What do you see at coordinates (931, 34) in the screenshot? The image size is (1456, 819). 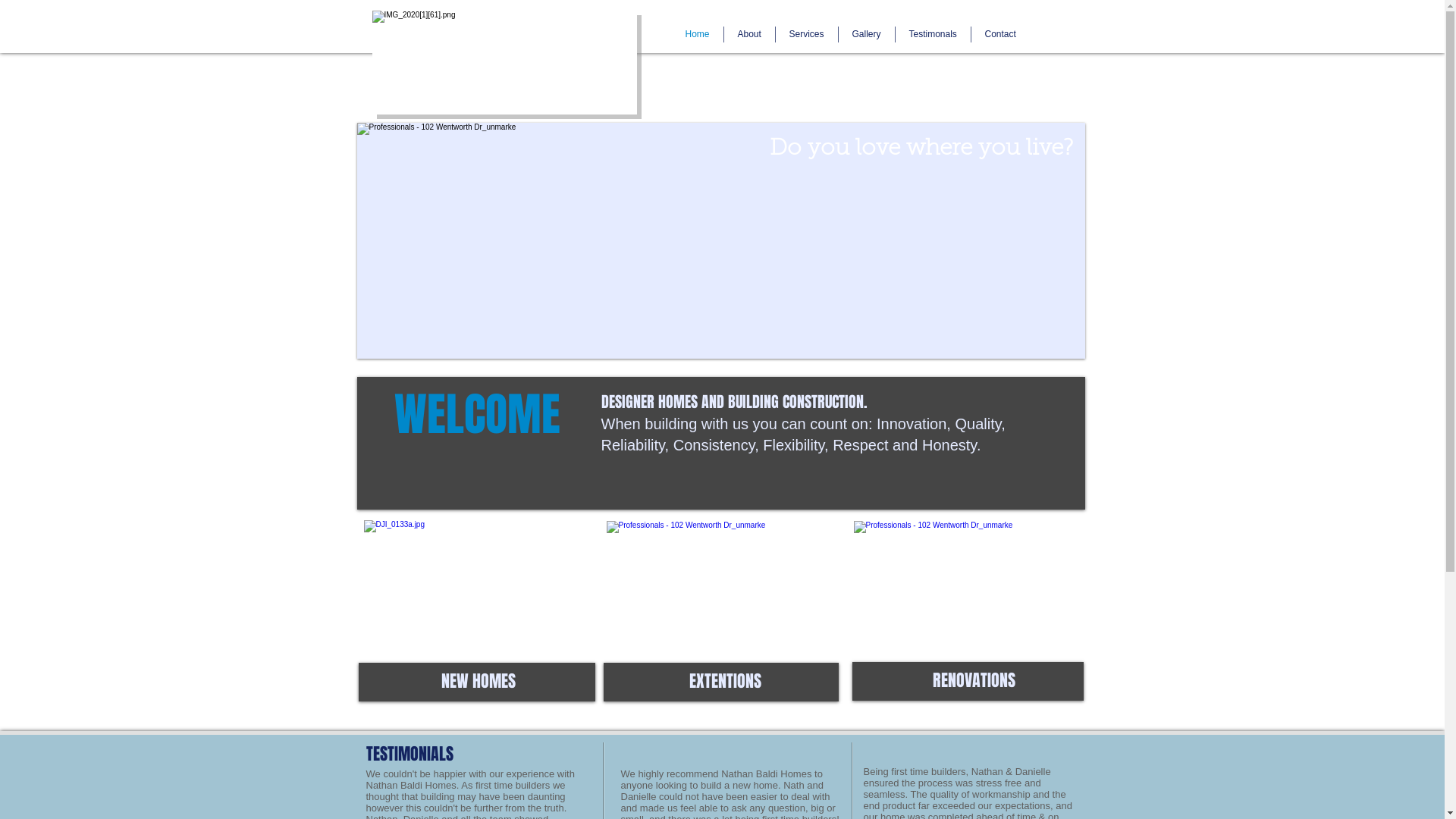 I see `'Testimonals'` at bounding box center [931, 34].